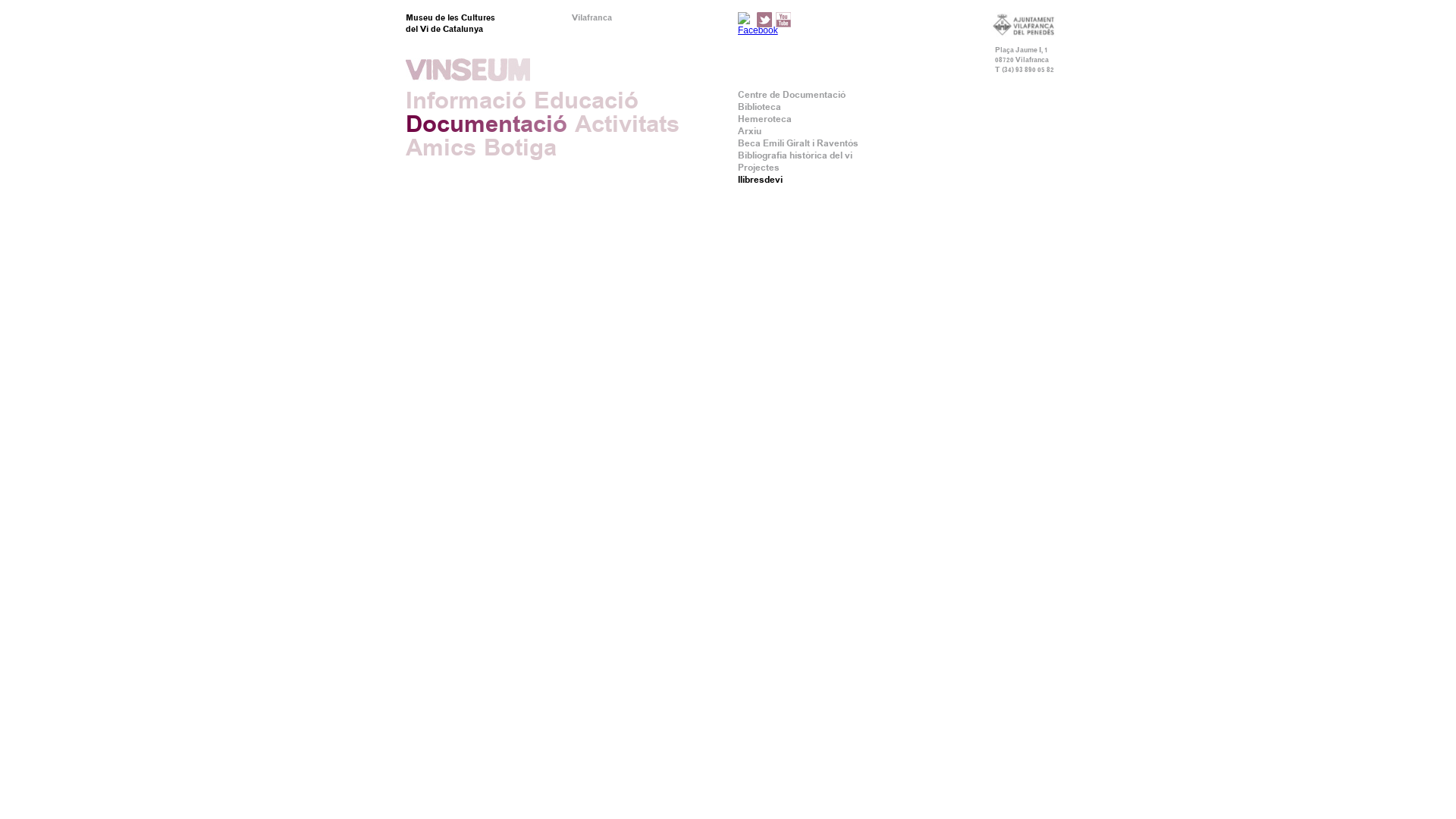 The image size is (1456, 819). I want to click on 'Biblioteca', so click(759, 106).